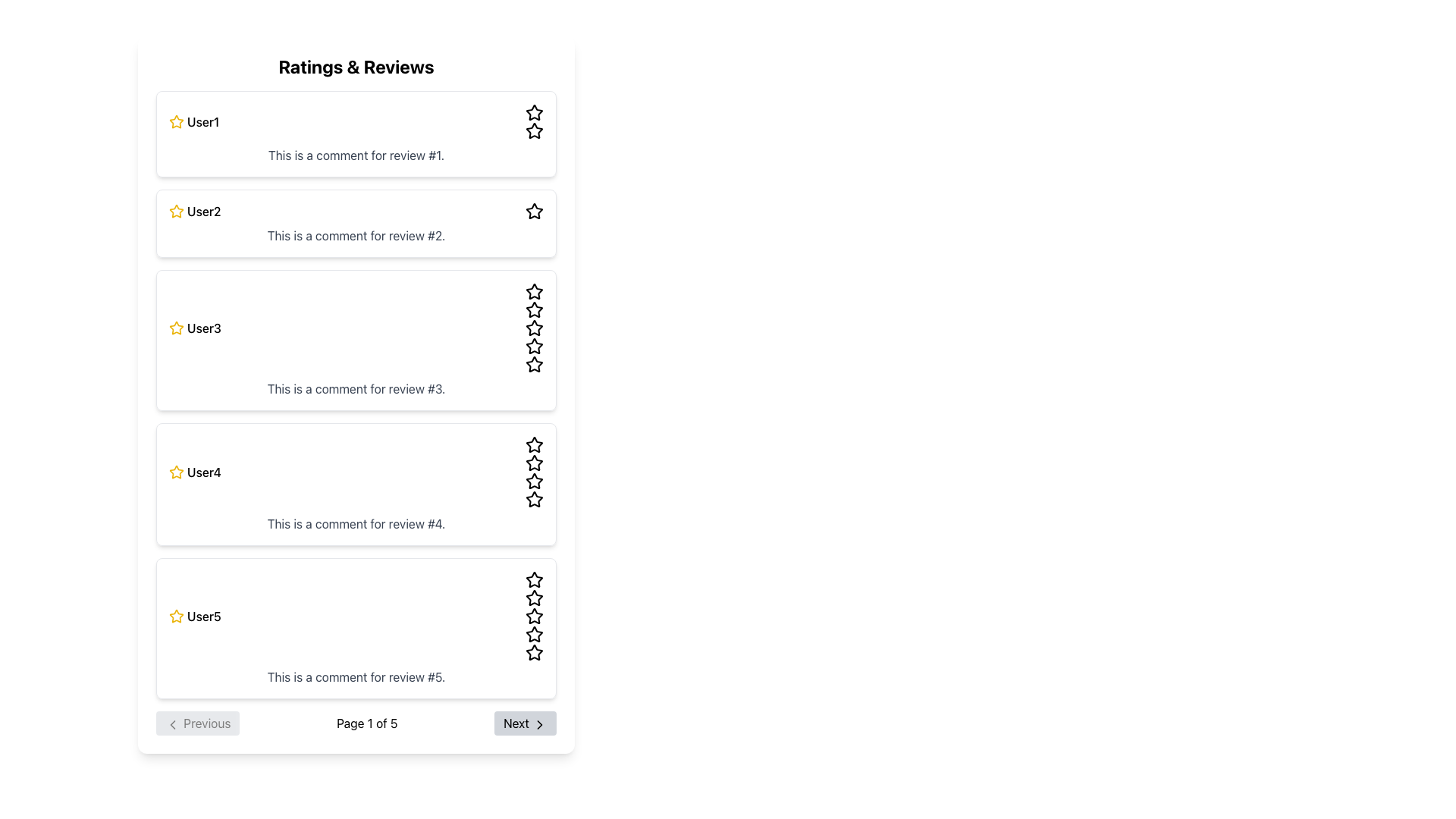 The image size is (1456, 819). What do you see at coordinates (172, 723) in the screenshot?
I see `the 'Previous' icon located at the bottom-left corner of the interface` at bounding box center [172, 723].